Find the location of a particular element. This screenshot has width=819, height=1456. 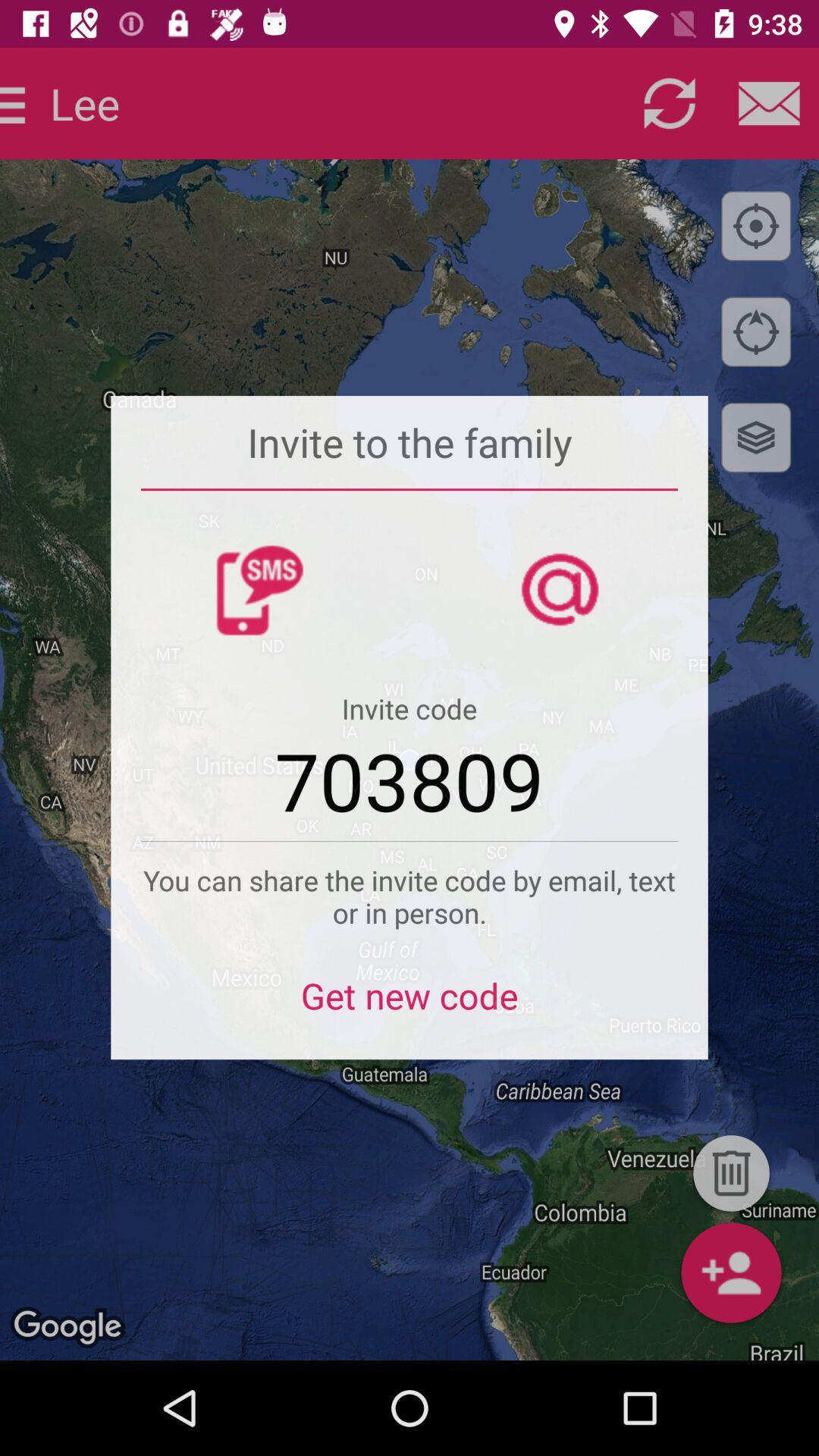

hit to refresh is located at coordinates (669, 102).